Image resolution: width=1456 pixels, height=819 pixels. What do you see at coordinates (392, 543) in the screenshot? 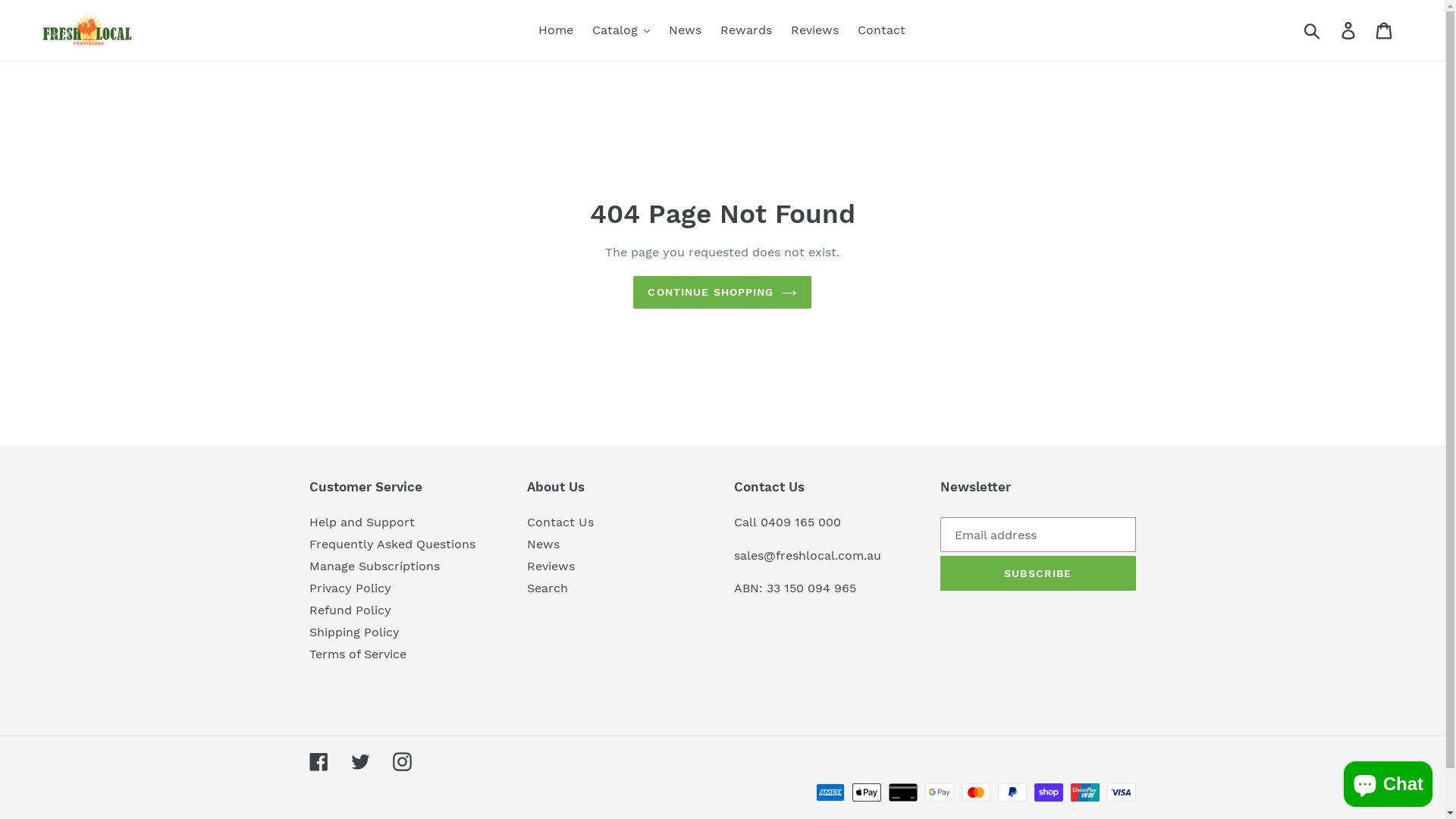
I see `'Frequently Asked Questions'` at bounding box center [392, 543].